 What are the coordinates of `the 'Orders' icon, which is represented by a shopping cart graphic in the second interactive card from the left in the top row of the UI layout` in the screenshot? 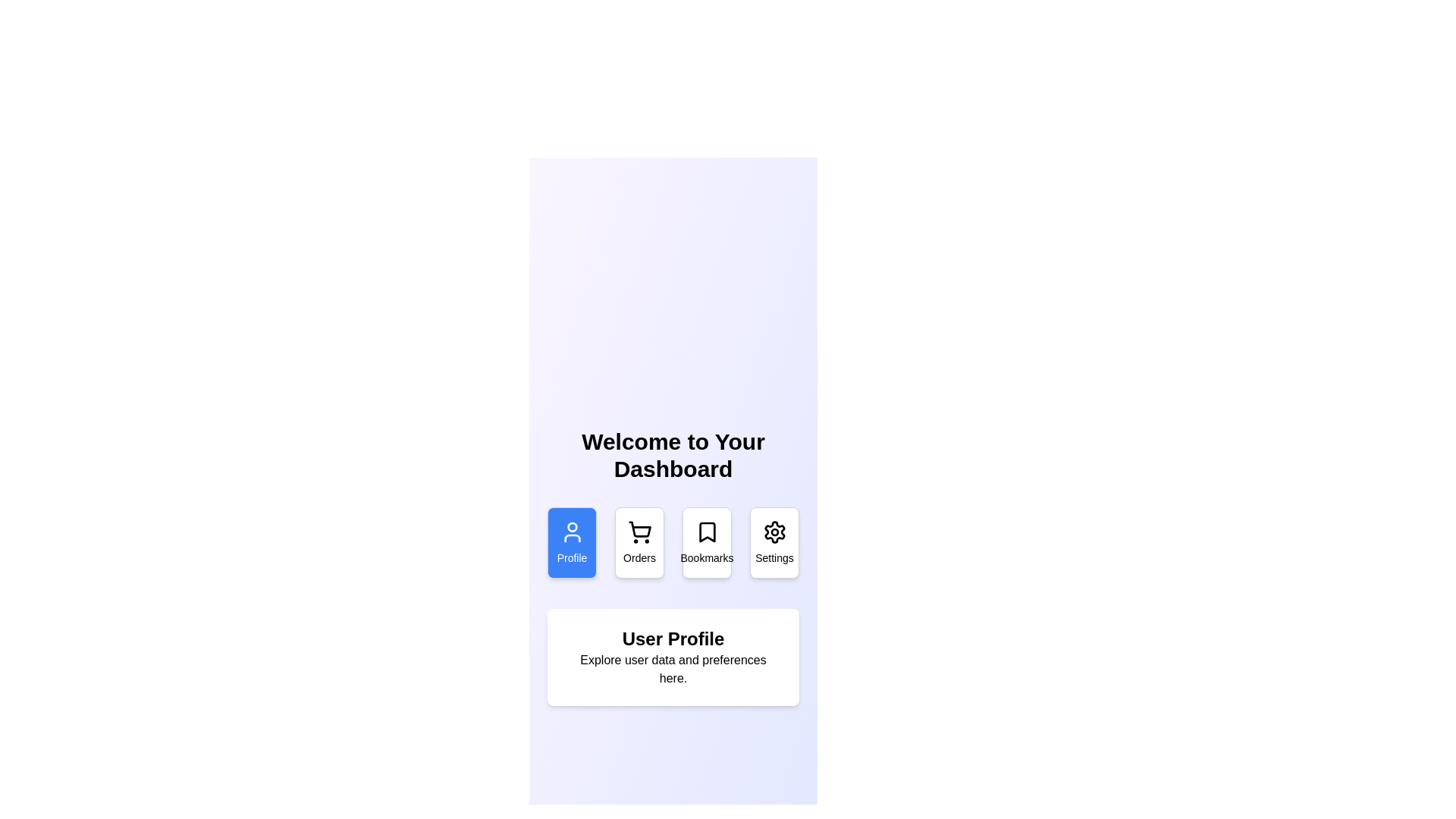 It's located at (639, 532).